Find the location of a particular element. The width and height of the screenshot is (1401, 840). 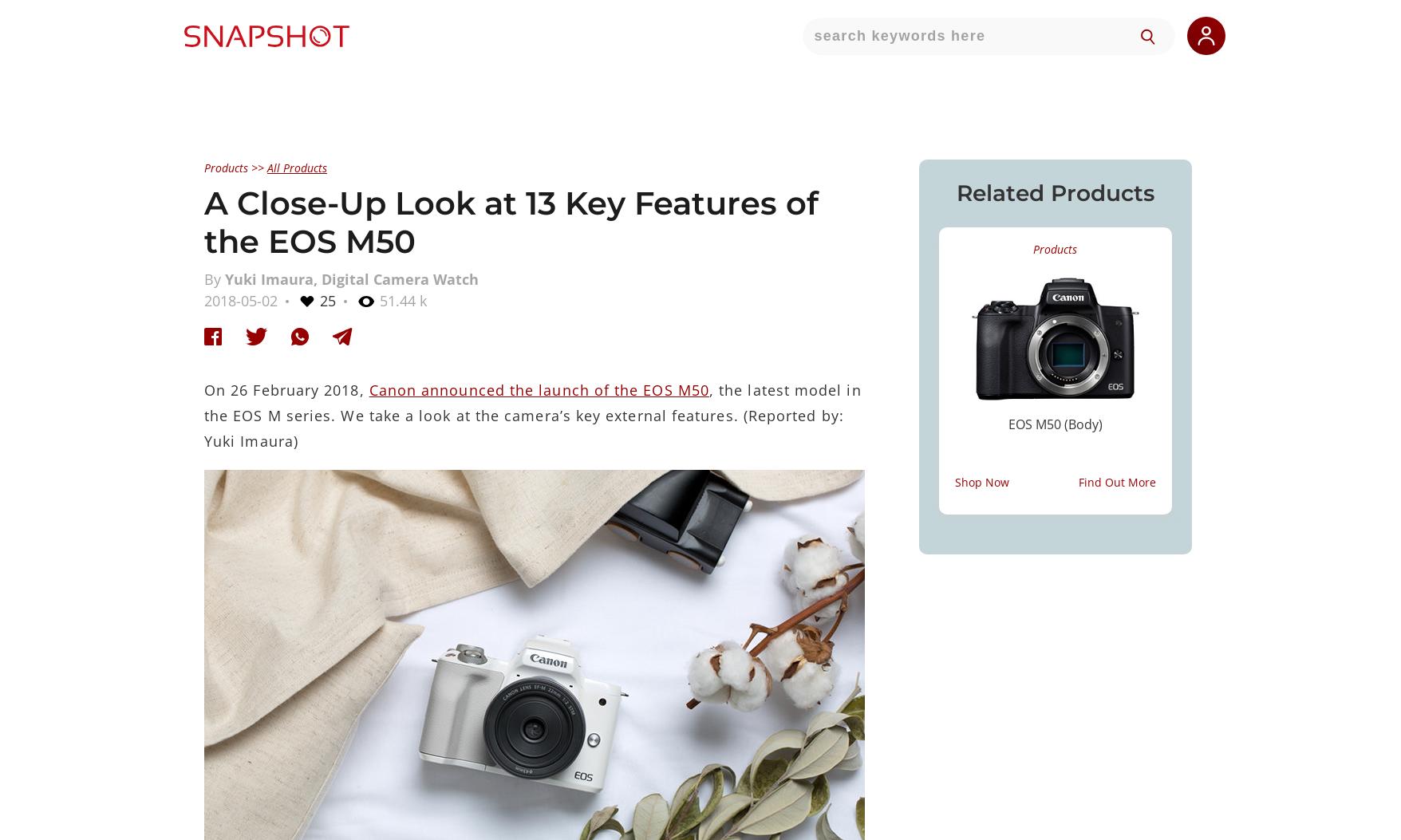

'Landscape Photography' is located at coordinates (986, 439).